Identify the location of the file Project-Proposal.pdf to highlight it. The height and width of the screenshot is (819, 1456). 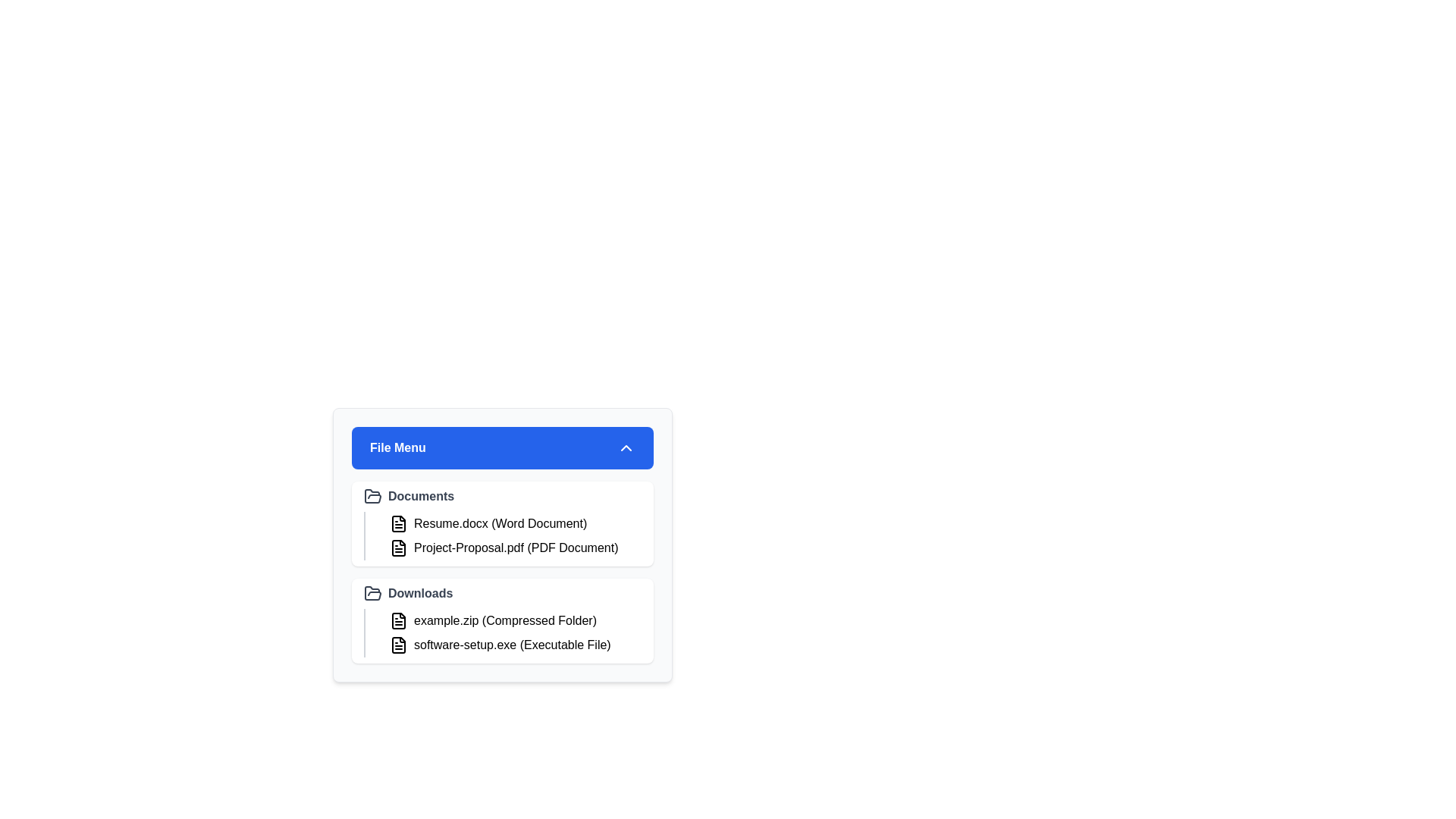
(513, 548).